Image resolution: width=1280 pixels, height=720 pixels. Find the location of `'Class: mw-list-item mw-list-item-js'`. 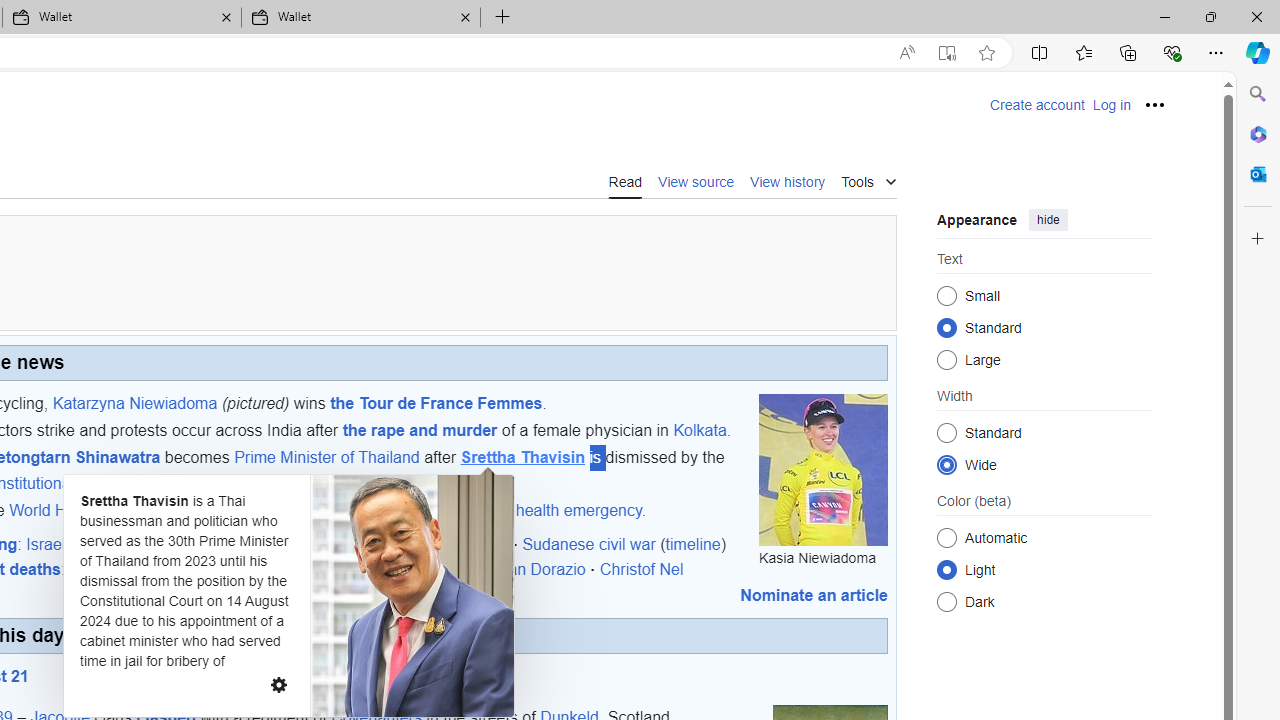

'Class: mw-list-item mw-list-item-js' is located at coordinates (1044, 569).